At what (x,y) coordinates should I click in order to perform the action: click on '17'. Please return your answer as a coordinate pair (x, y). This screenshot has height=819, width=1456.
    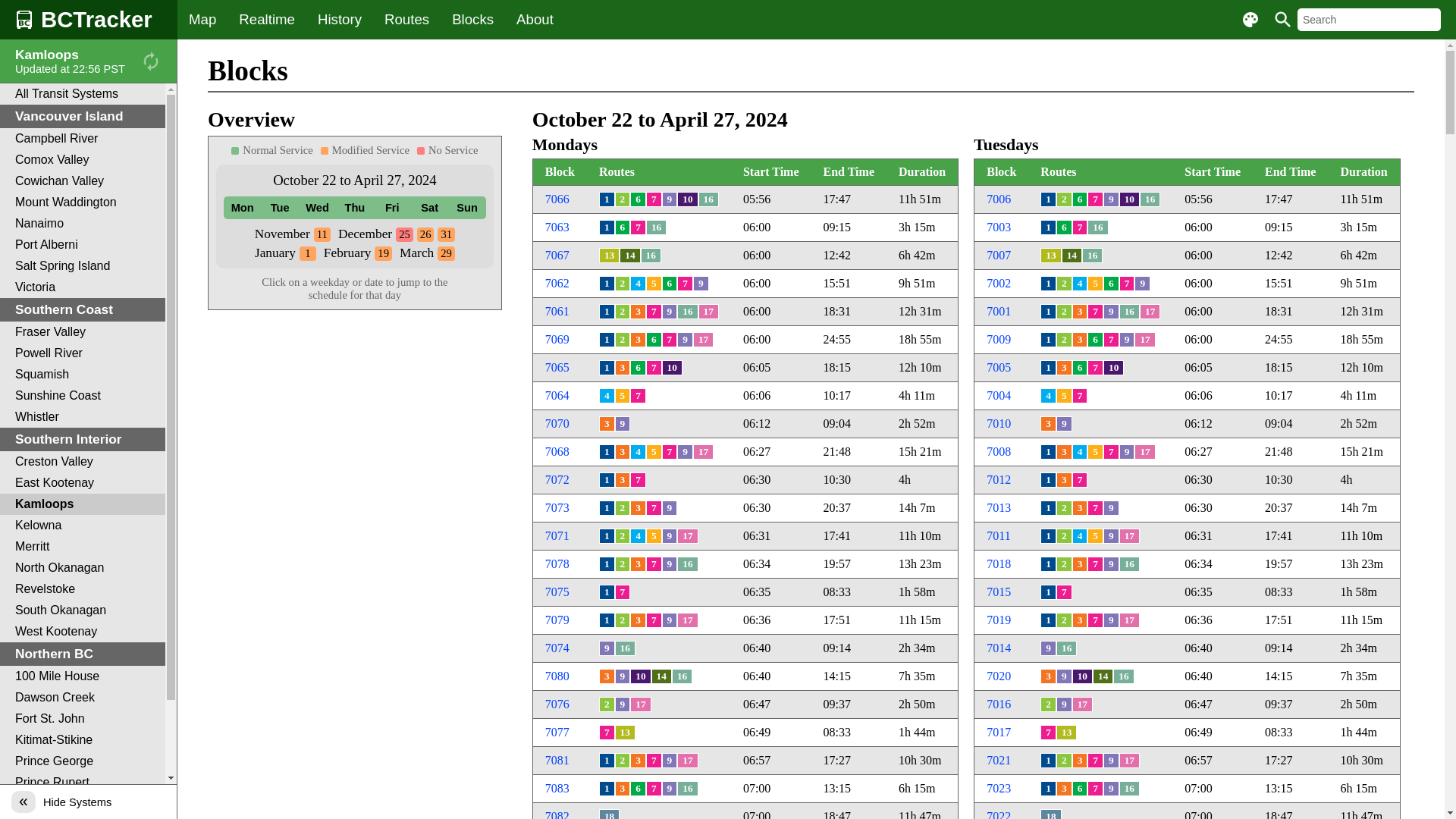
    Looking at the image, I should click on (686, 620).